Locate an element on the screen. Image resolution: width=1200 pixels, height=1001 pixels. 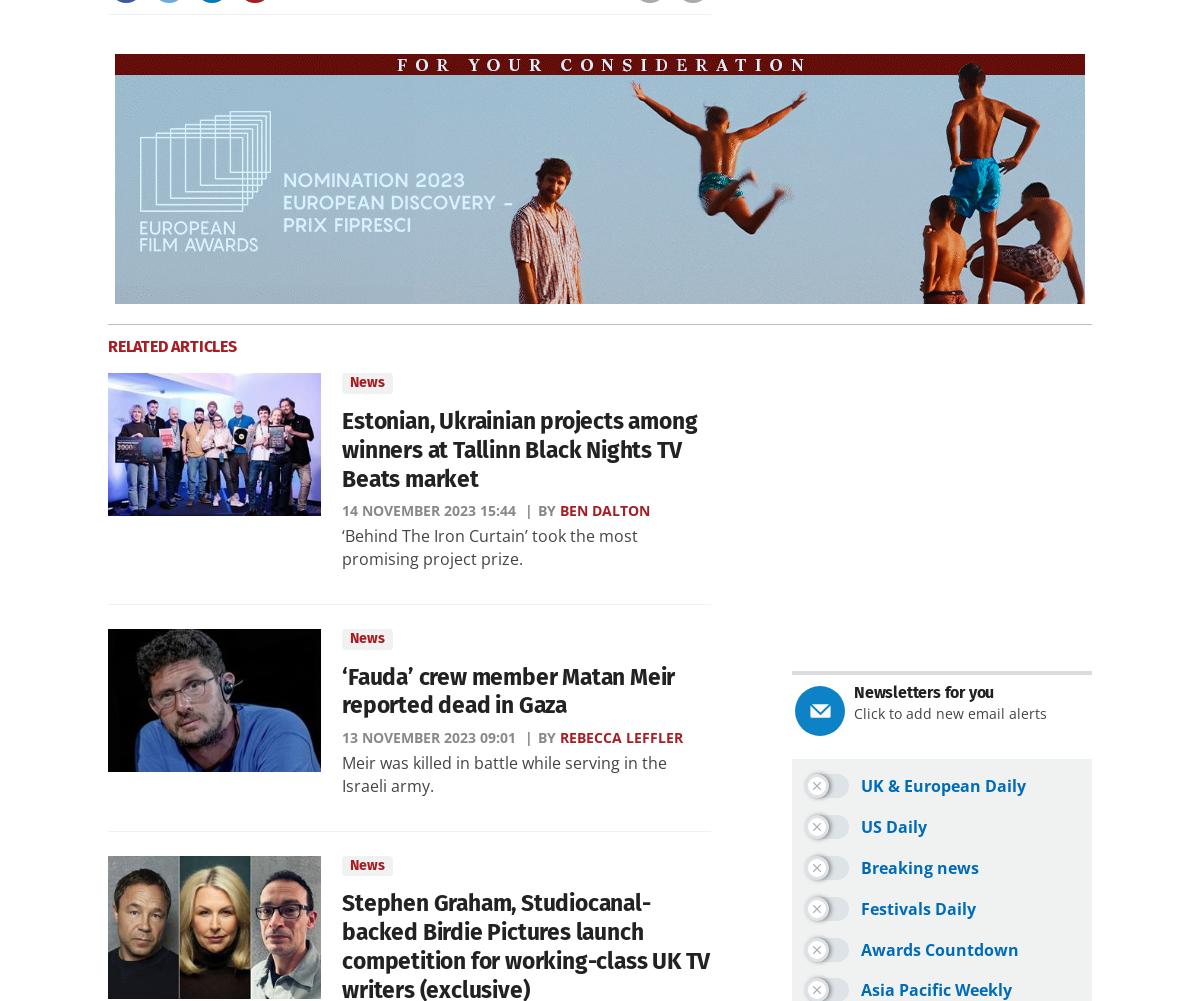
'13 November 2023 09:01' is located at coordinates (429, 737).